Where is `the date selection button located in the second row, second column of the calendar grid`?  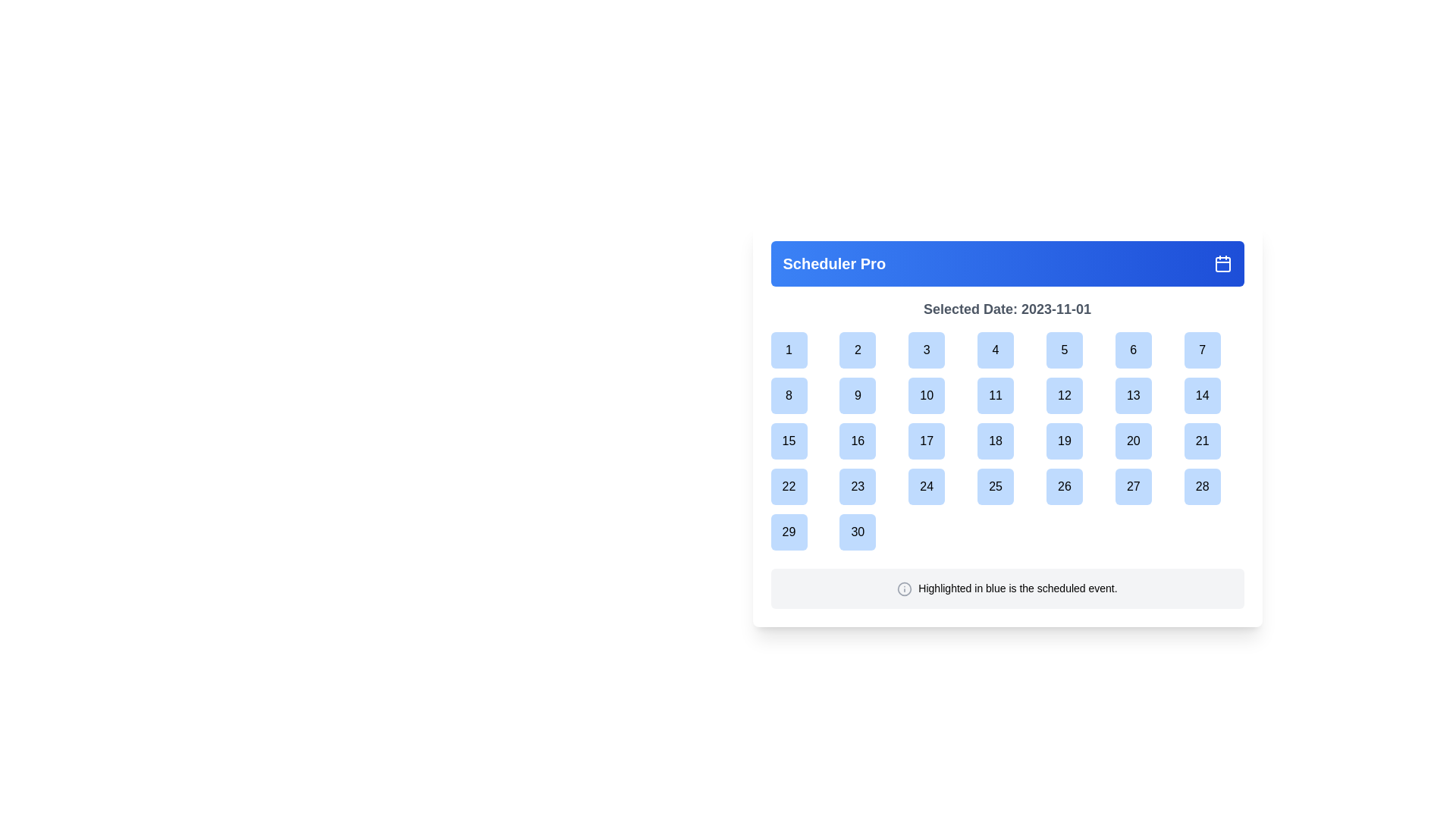
the date selection button located in the second row, second column of the calendar grid is located at coordinates (789, 394).